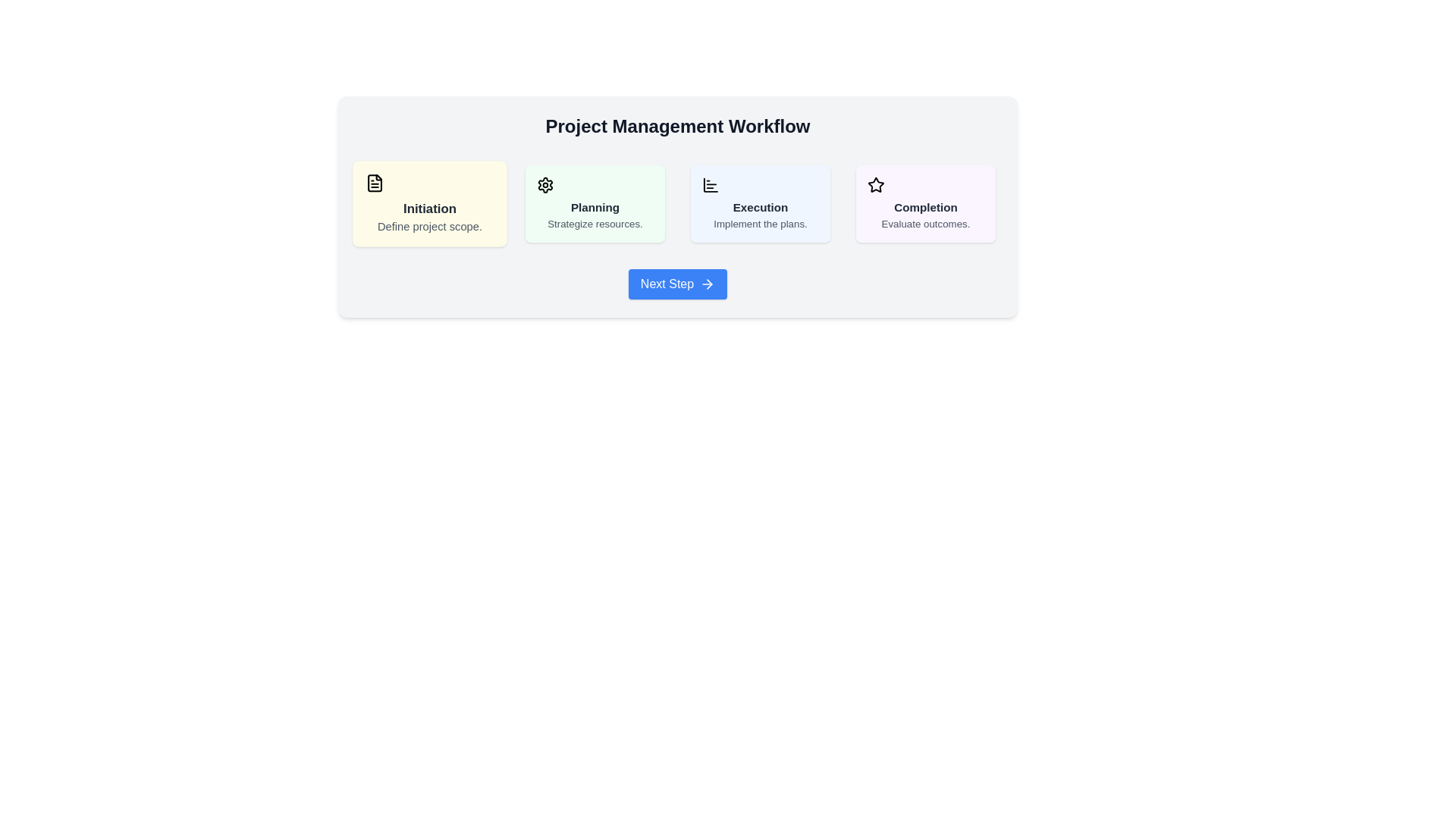 Image resolution: width=1456 pixels, height=819 pixels. Describe the element at coordinates (595, 223) in the screenshot. I see `the text label reading 'Strategize resources.' which is styled in a smaller gray font and positioned below the title 'Planning' within the greenish background card` at that location.